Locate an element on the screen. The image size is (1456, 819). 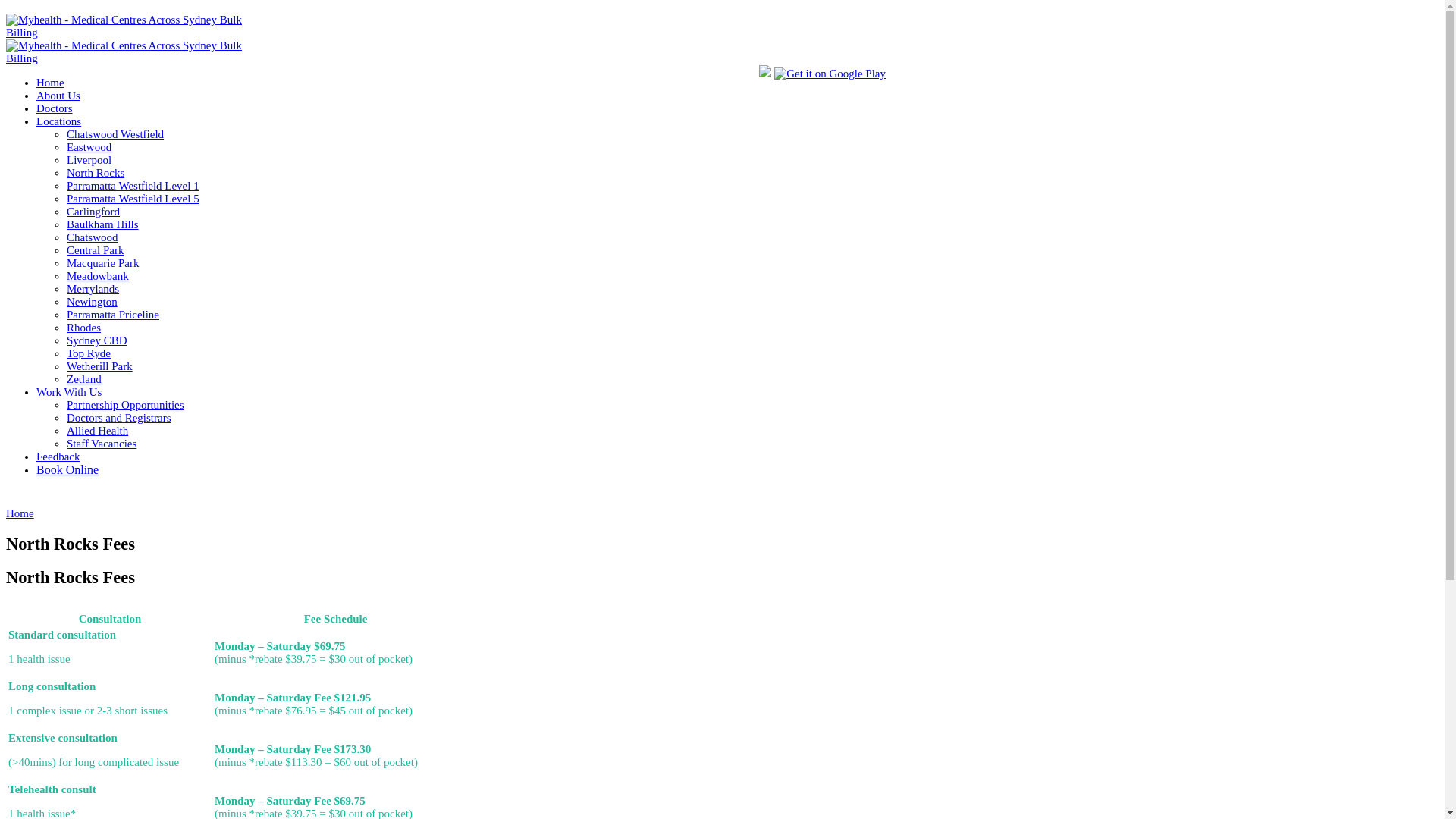
'Top Ryde' is located at coordinates (65, 353).